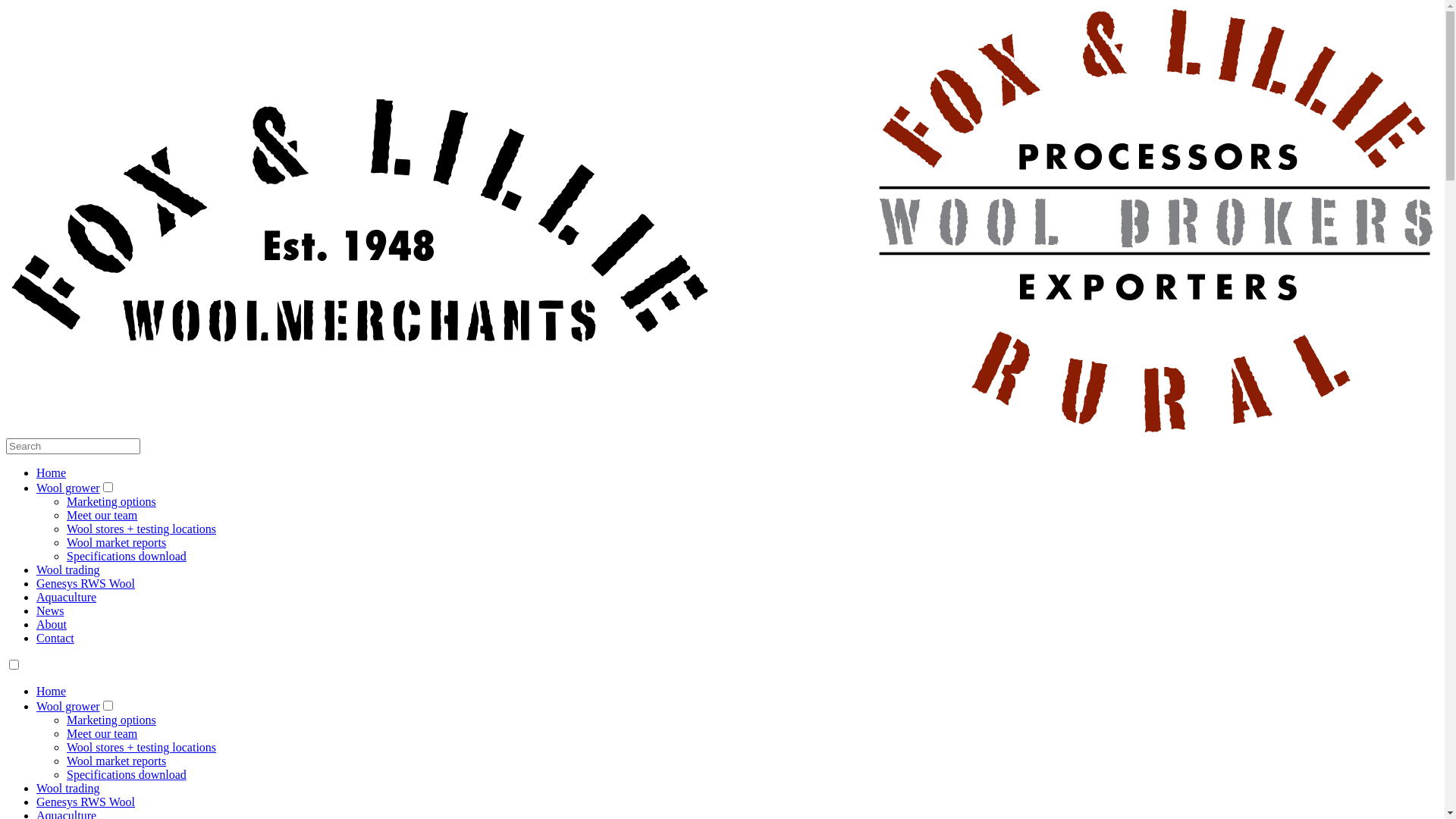 The height and width of the screenshot is (819, 1456). What do you see at coordinates (141, 528) in the screenshot?
I see `'Wool stores + testing locations'` at bounding box center [141, 528].